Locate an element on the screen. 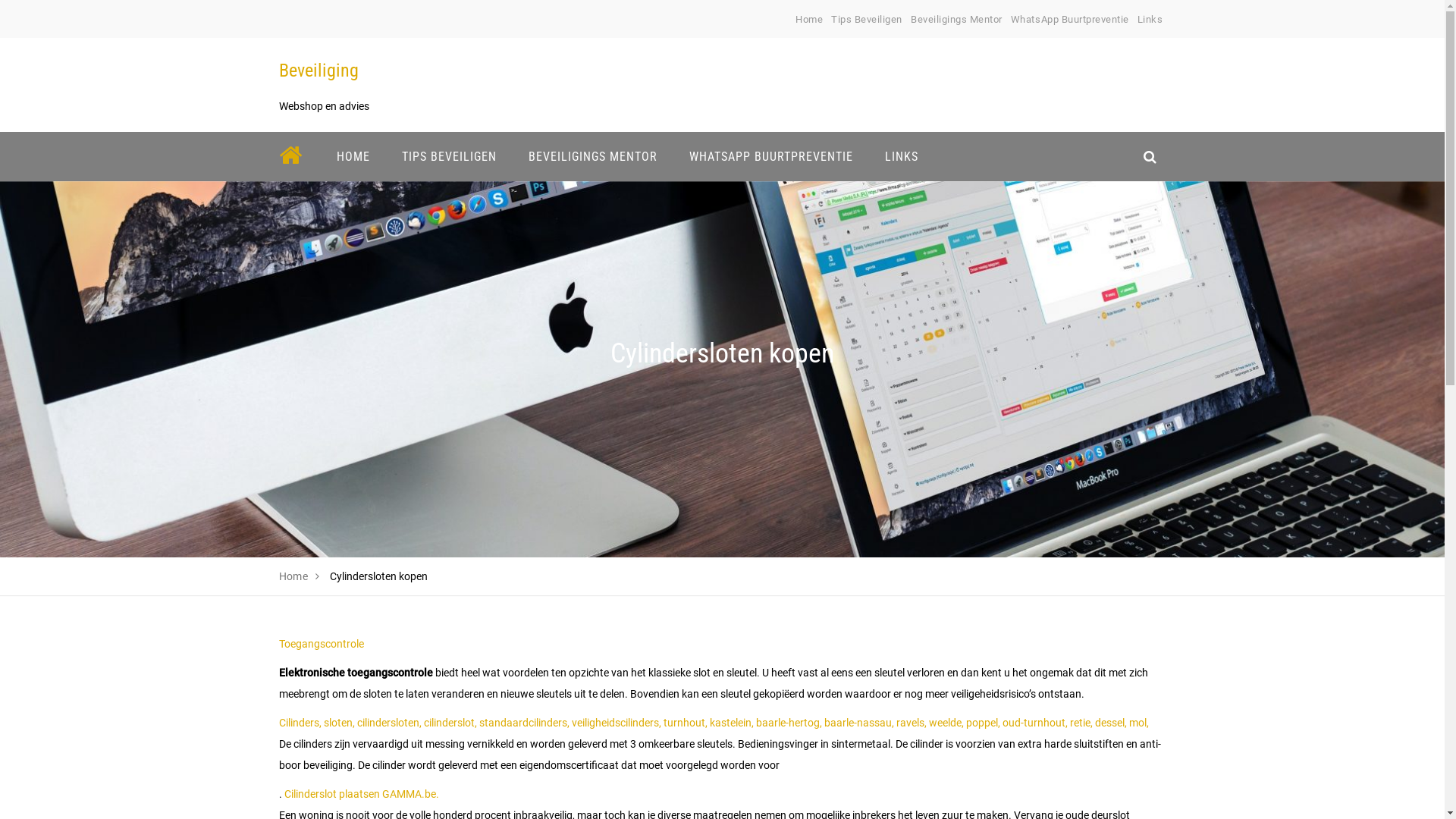 Image resolution: width=1456 pixels, height=819 pixels. 'TIPS BEVEILIGEN' is located at coordinates (391, 156).